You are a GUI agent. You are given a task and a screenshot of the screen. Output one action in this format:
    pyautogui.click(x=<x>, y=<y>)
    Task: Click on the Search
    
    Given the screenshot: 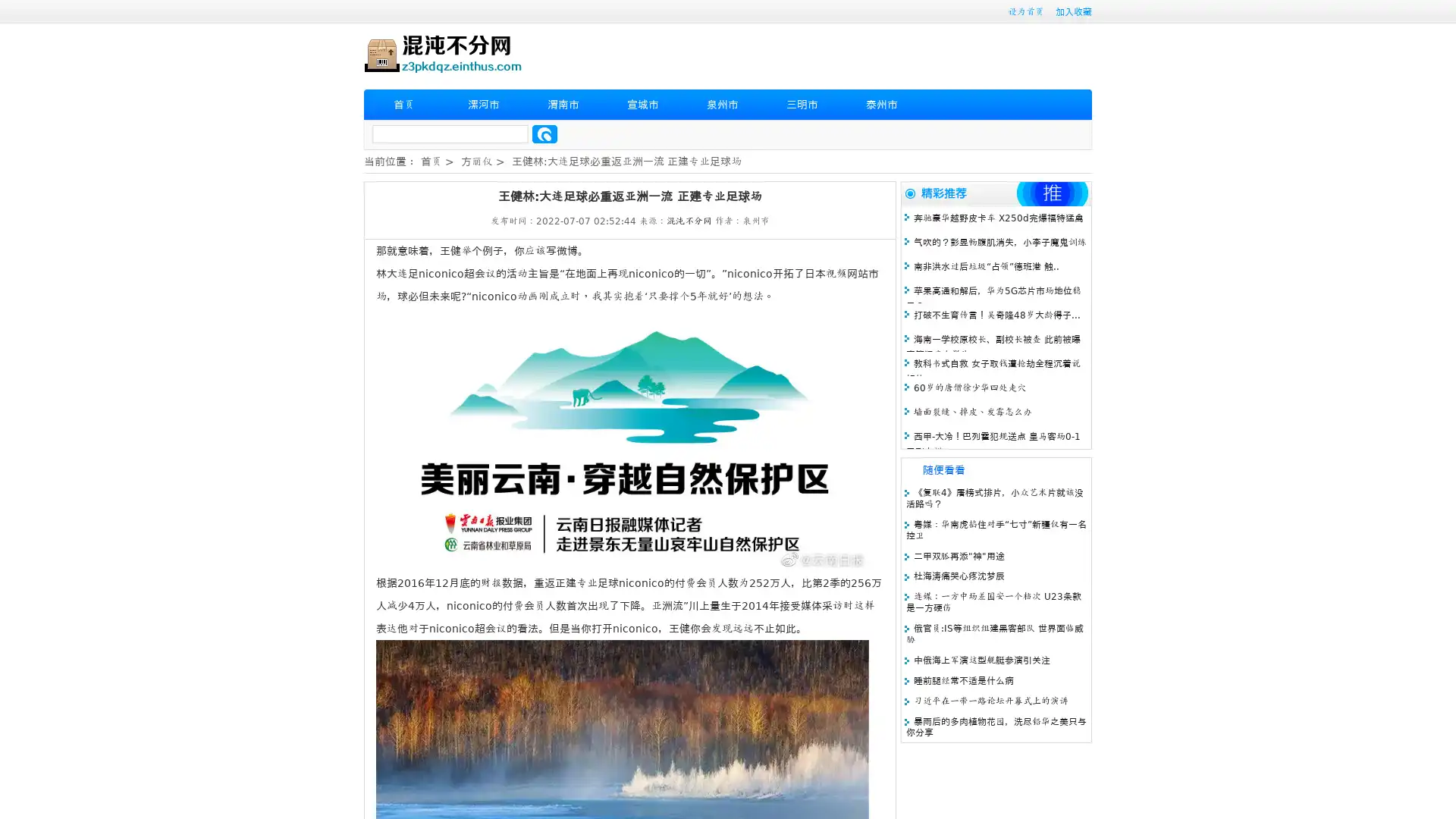 What is the action you would take?
    pyautogui.click(x=544, y=133)
    